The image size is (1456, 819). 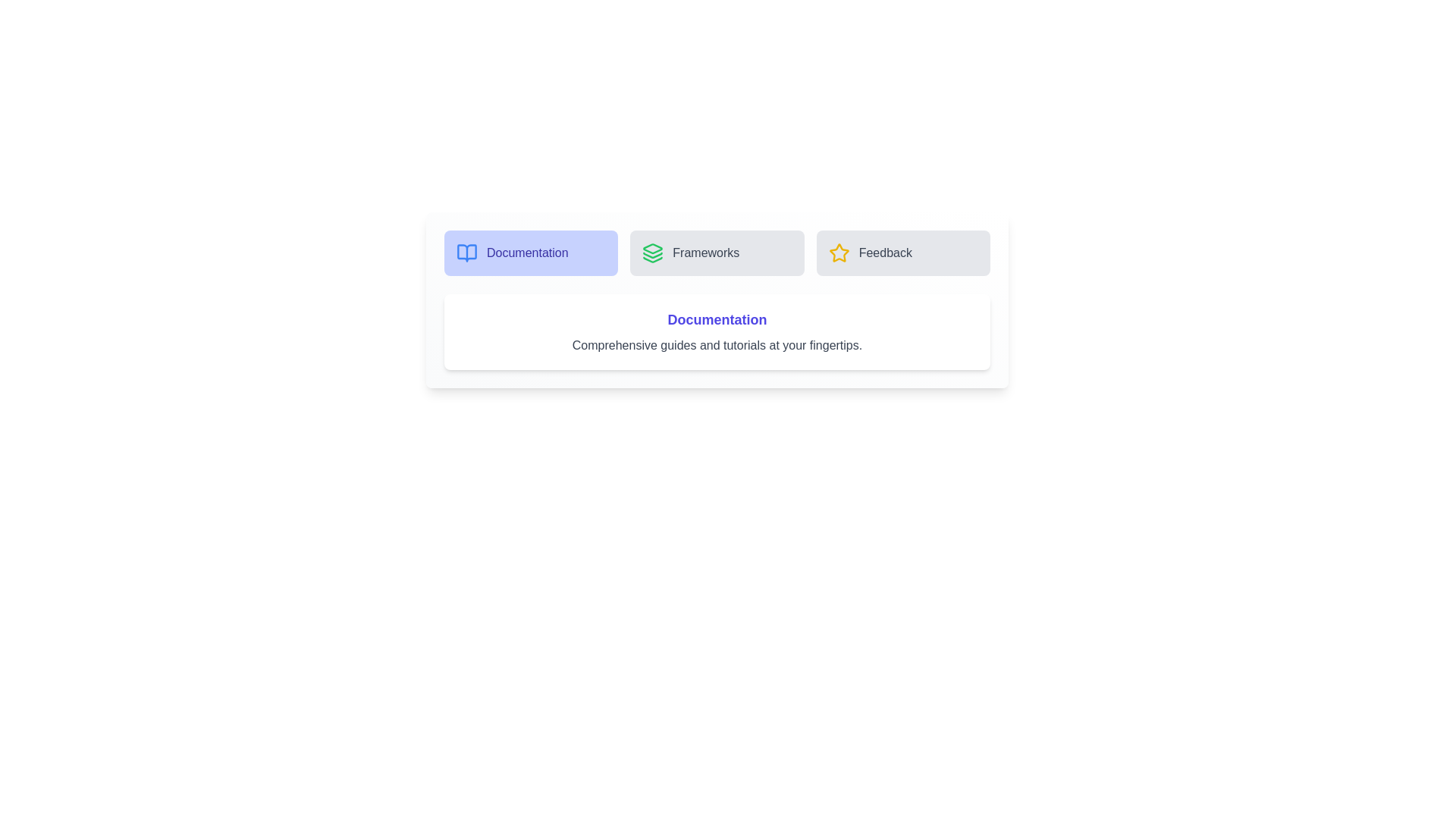 I want to click on the Documentation tab to view its content, so click(x=531, y=253).